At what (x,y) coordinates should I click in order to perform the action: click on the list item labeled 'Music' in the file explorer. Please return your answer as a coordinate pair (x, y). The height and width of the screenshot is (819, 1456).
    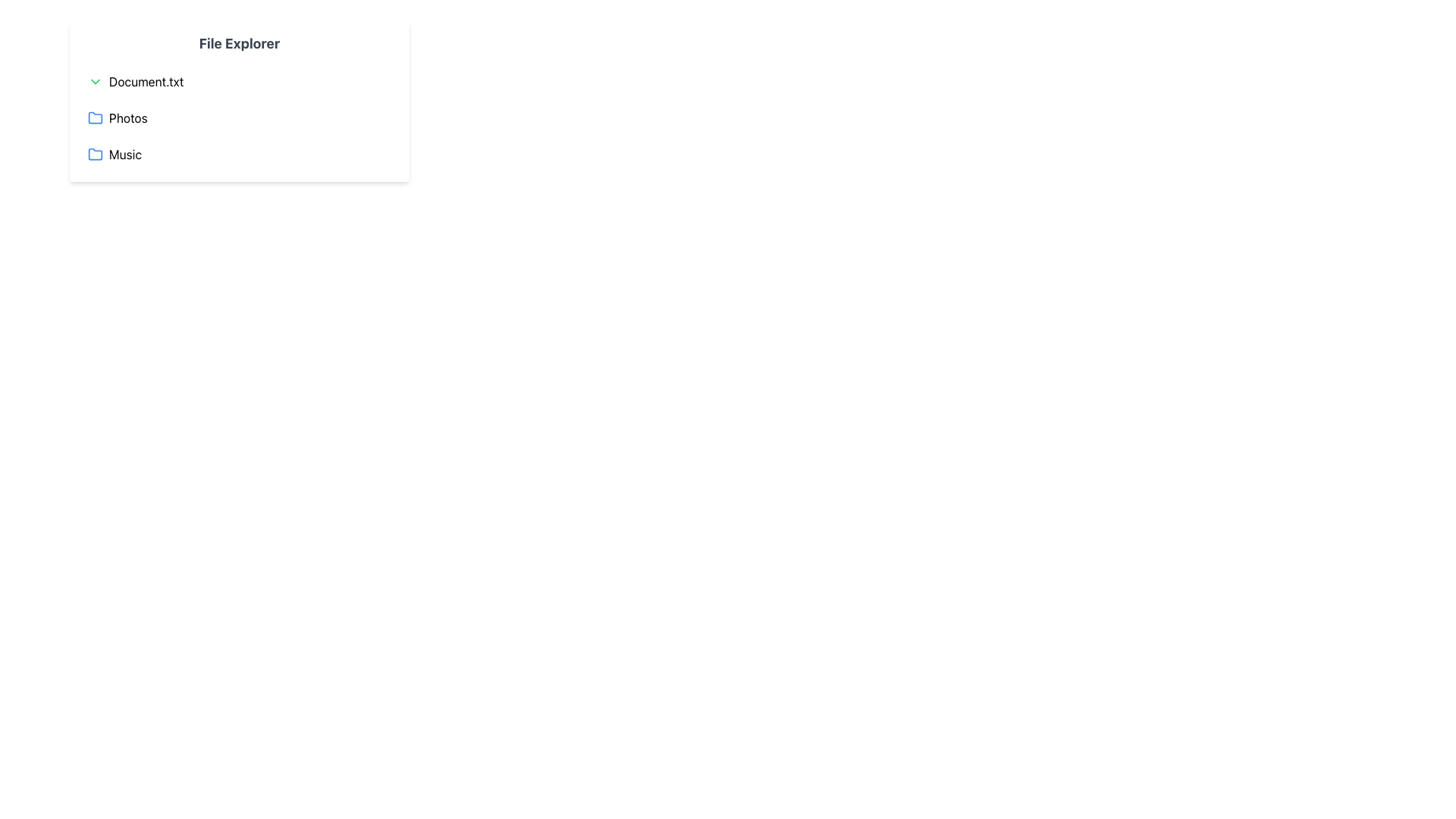
    Looking at the image, I should click on (239, 155).